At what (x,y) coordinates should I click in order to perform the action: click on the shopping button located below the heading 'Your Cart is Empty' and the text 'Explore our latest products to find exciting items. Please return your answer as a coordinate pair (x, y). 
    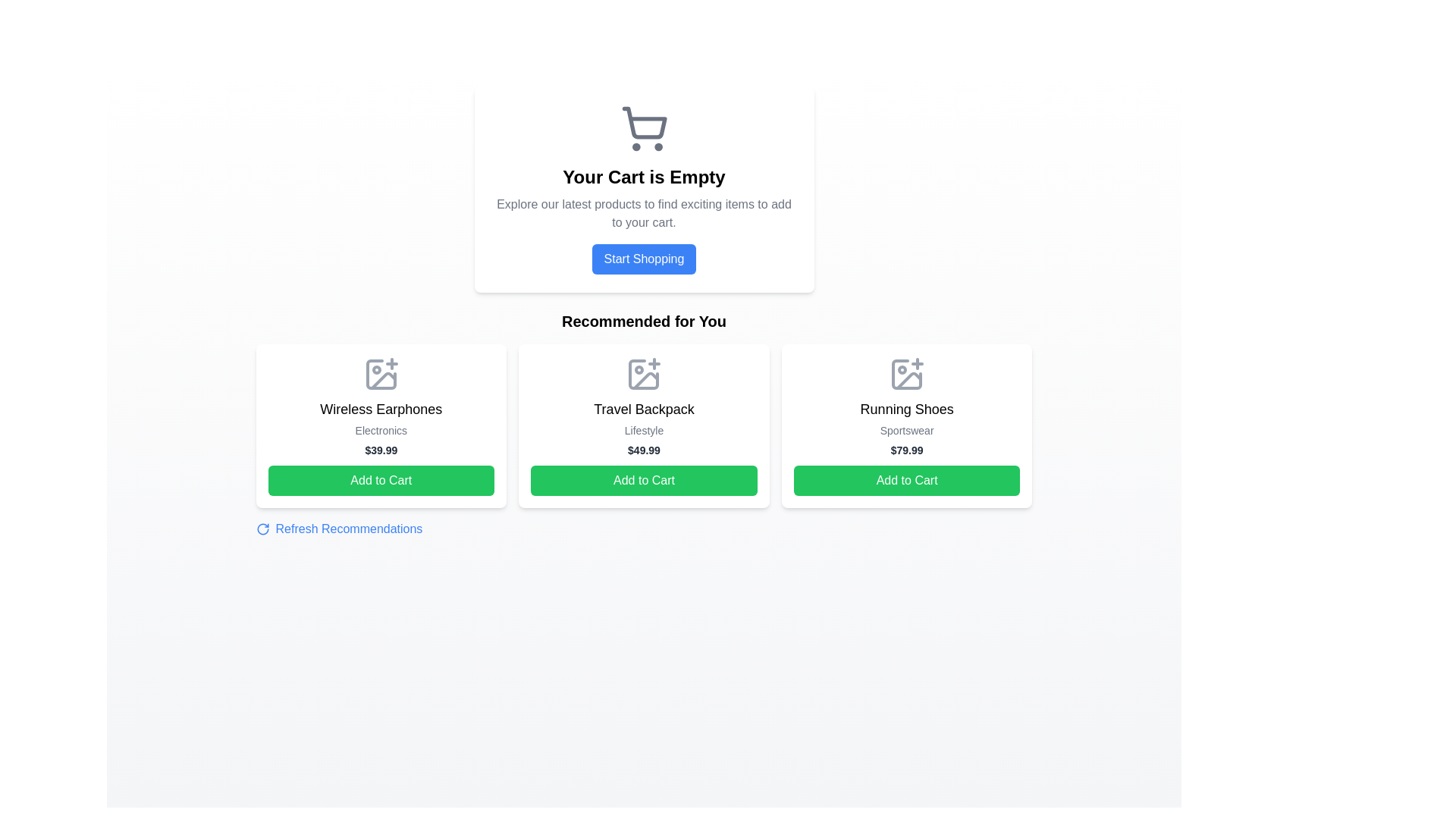
    Looking at the image, I should click on (644, 259).